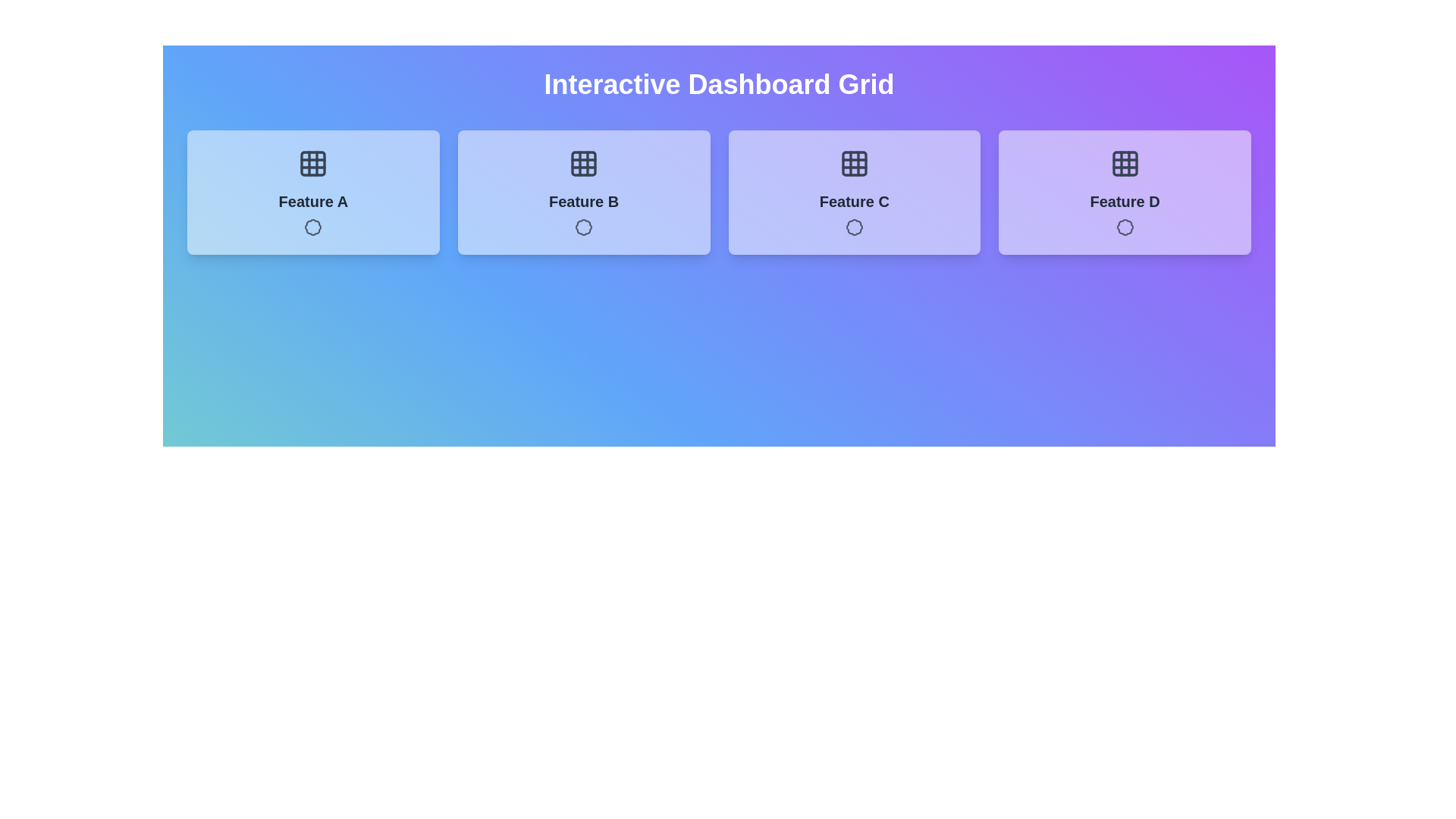 Image resolution: width=1456 pixels, height=819 pixels. I want to click on the decorative circular indicator below the grid icon and text 'Feature D' in the interface card labeled 'Feature D', so click(1125, 227).